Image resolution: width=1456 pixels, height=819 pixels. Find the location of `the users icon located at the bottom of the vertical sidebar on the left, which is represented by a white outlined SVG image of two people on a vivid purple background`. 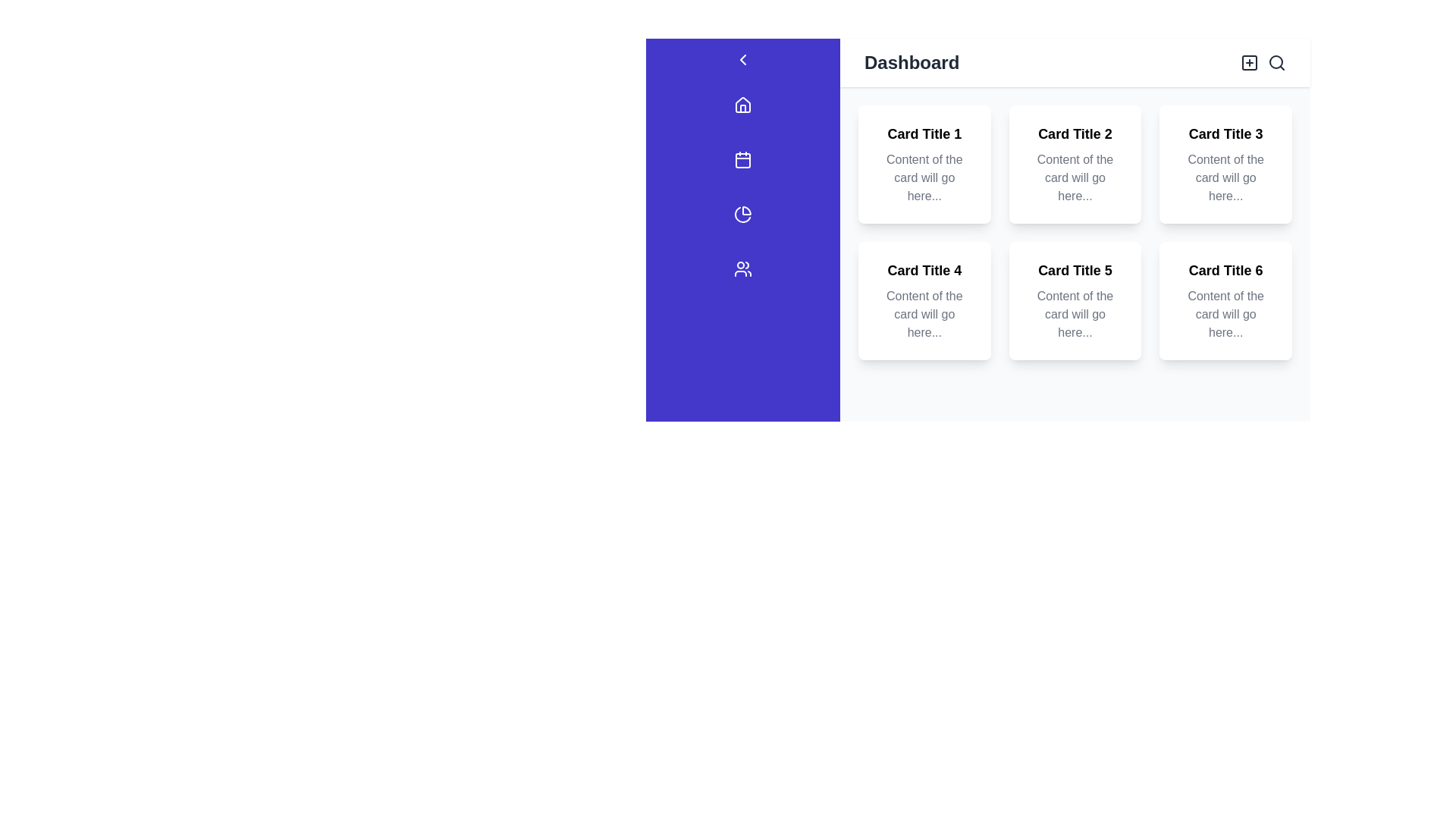

the users icon located at the bottom of the vertical sidebar on the left, which is represented by a white outlined SVG image of two people on a vivid purple background is located at coordinates (742, 268).